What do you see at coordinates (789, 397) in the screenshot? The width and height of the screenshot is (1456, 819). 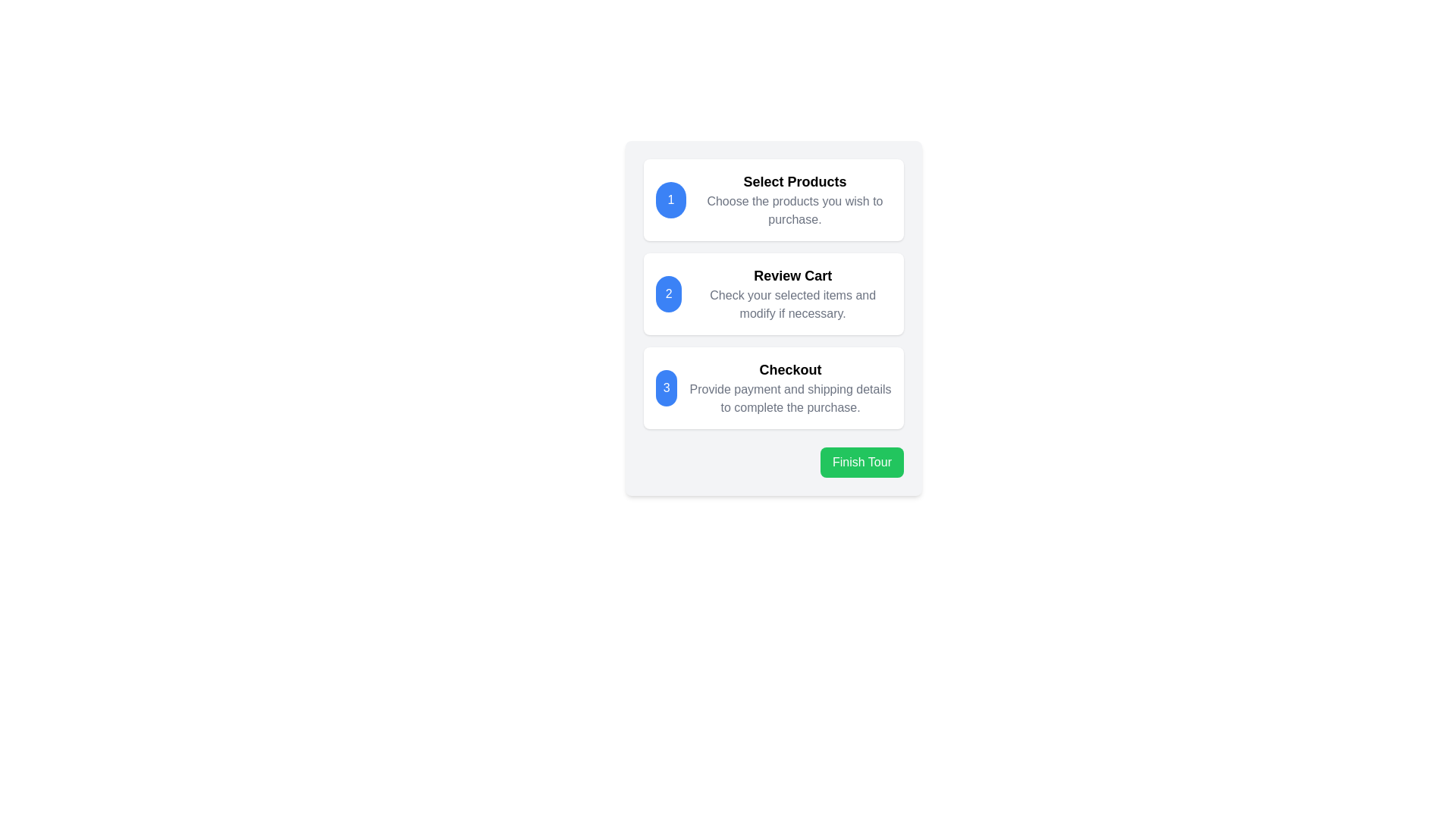 I see `the informational text that provides guidance for the checkout step, located below the 'Checkout' text in step 3` at bounding box center [789, 397].